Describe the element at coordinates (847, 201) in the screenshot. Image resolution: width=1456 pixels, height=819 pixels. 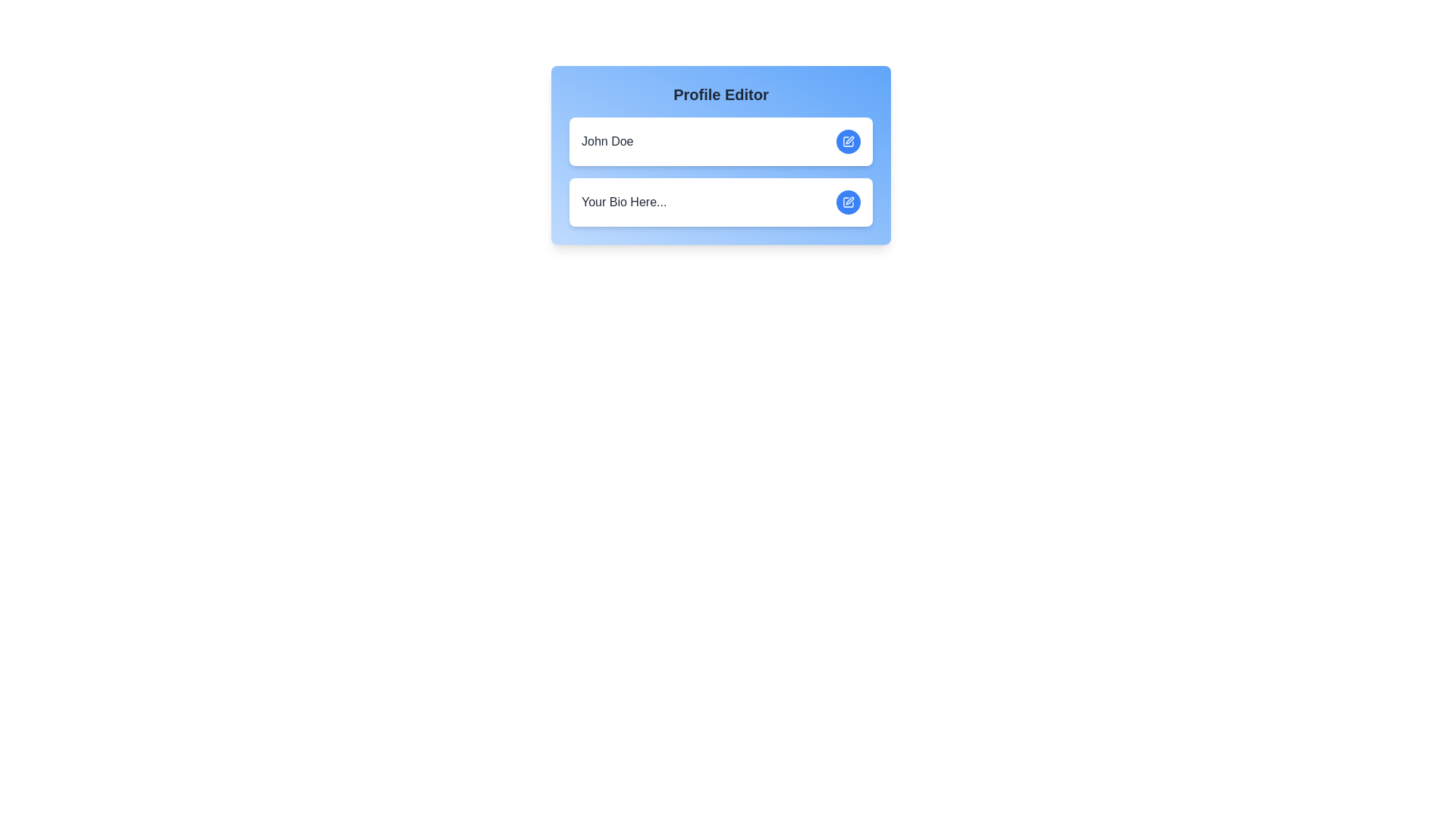
I see `the circular blue button with a pen icon located in the top-right corner of the 'Your Bio Here...' input field within the 'Profile Editor' card` at that location.